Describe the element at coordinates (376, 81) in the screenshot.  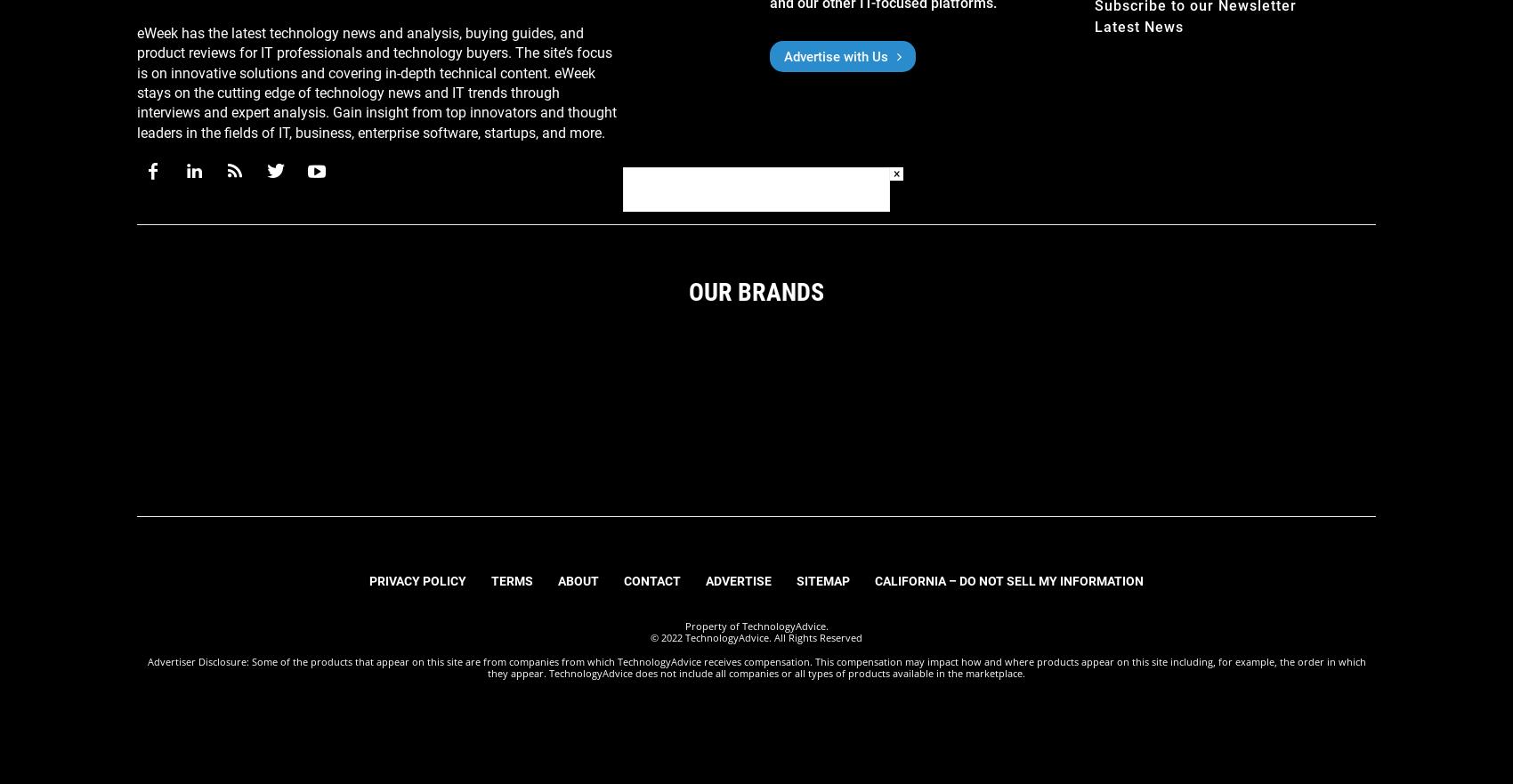
I see `'eWeek has the latest technology news and analysis, buying guides, and product reviews for IT professionals and technology buyers. The site’s focus is on innovative solutions and covering in-depth technical content. eWeek stays on the cutting edge of technology news and IT trends through interviews and expert analysis. Gain insight from top innovators and thought leaders in the fields of IT, business, enterprise software, startups, and more.'` at that location.